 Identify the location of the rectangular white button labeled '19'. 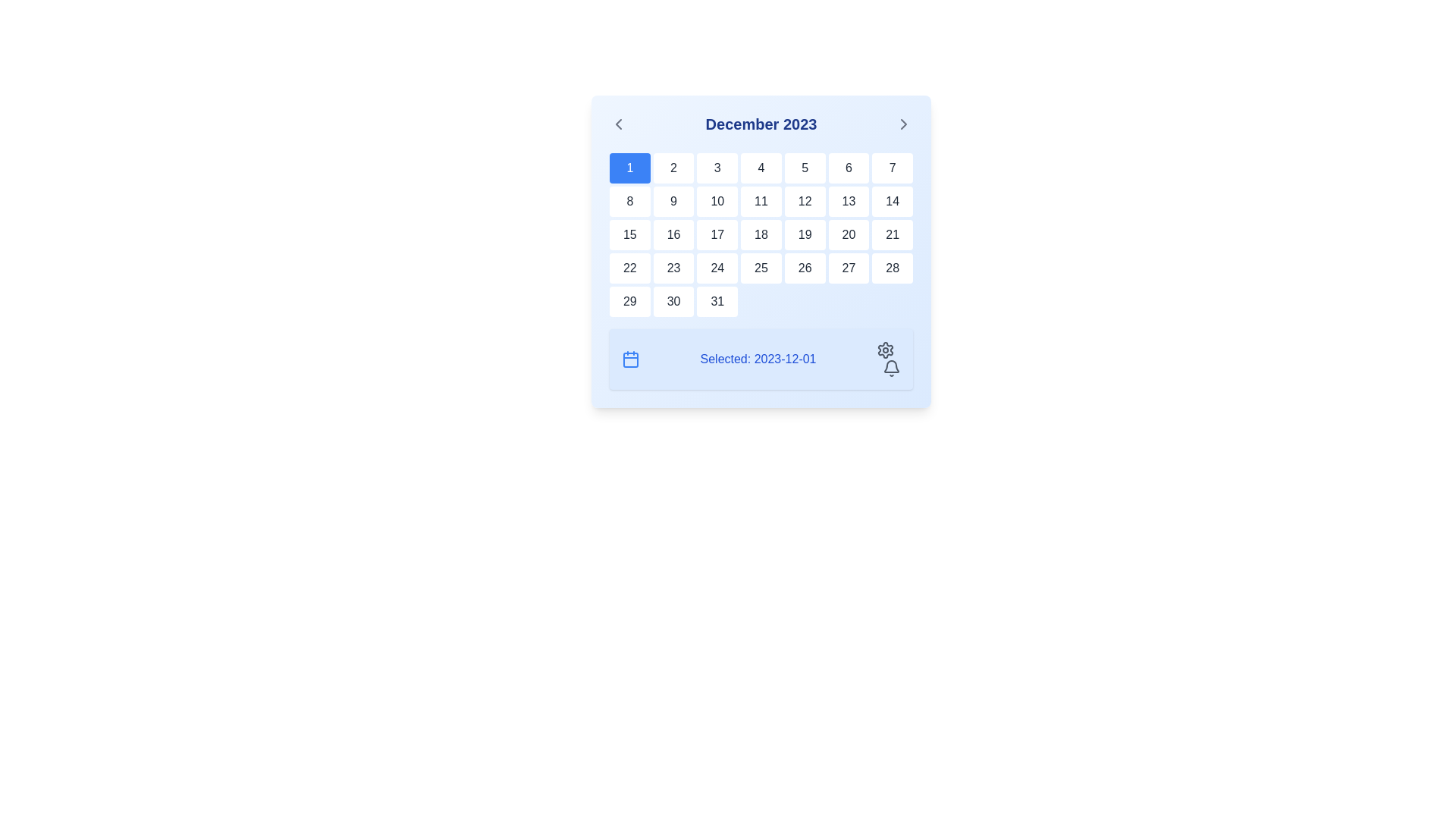
(804, 234).